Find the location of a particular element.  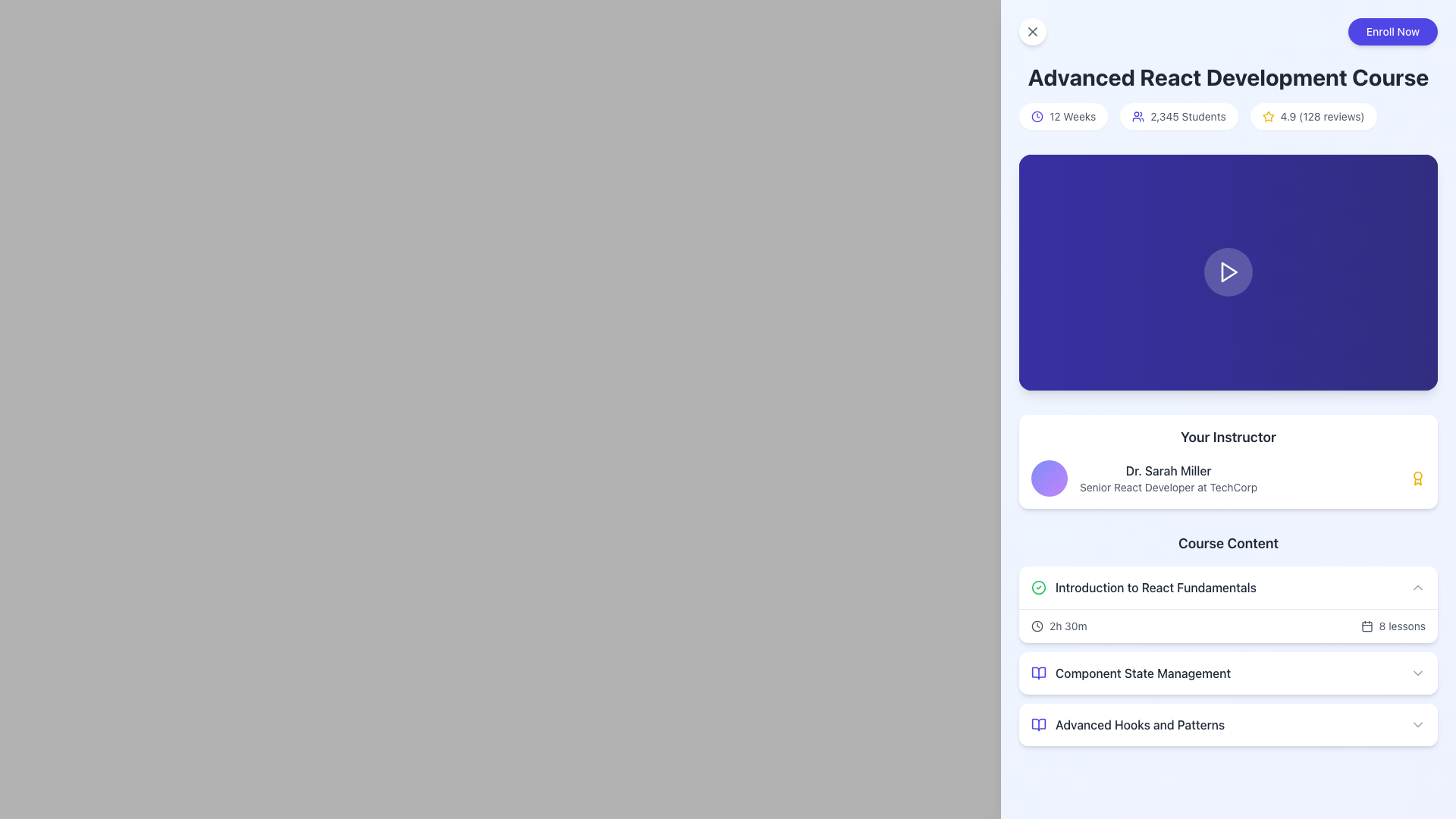

the text label displaying '8 lessons' with an adjacent calendar icon, located beneath the 'Course Content' heading and to the right of the '2h 30m' text is located at coordinates (1393, 626).